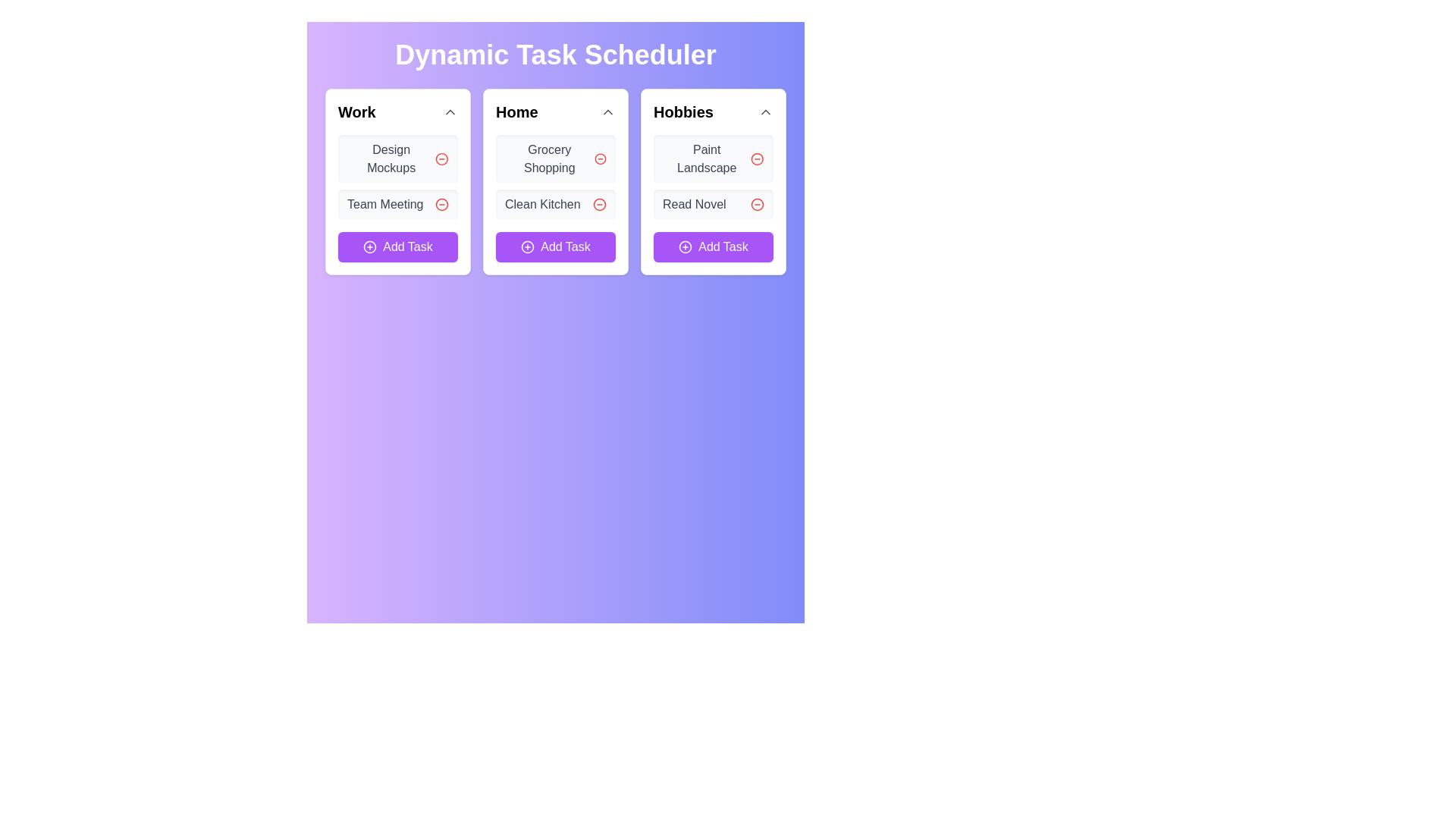  I want to click on the toggle button located at the top-right corner of the 'Hobbies' section, so click(765, 111).